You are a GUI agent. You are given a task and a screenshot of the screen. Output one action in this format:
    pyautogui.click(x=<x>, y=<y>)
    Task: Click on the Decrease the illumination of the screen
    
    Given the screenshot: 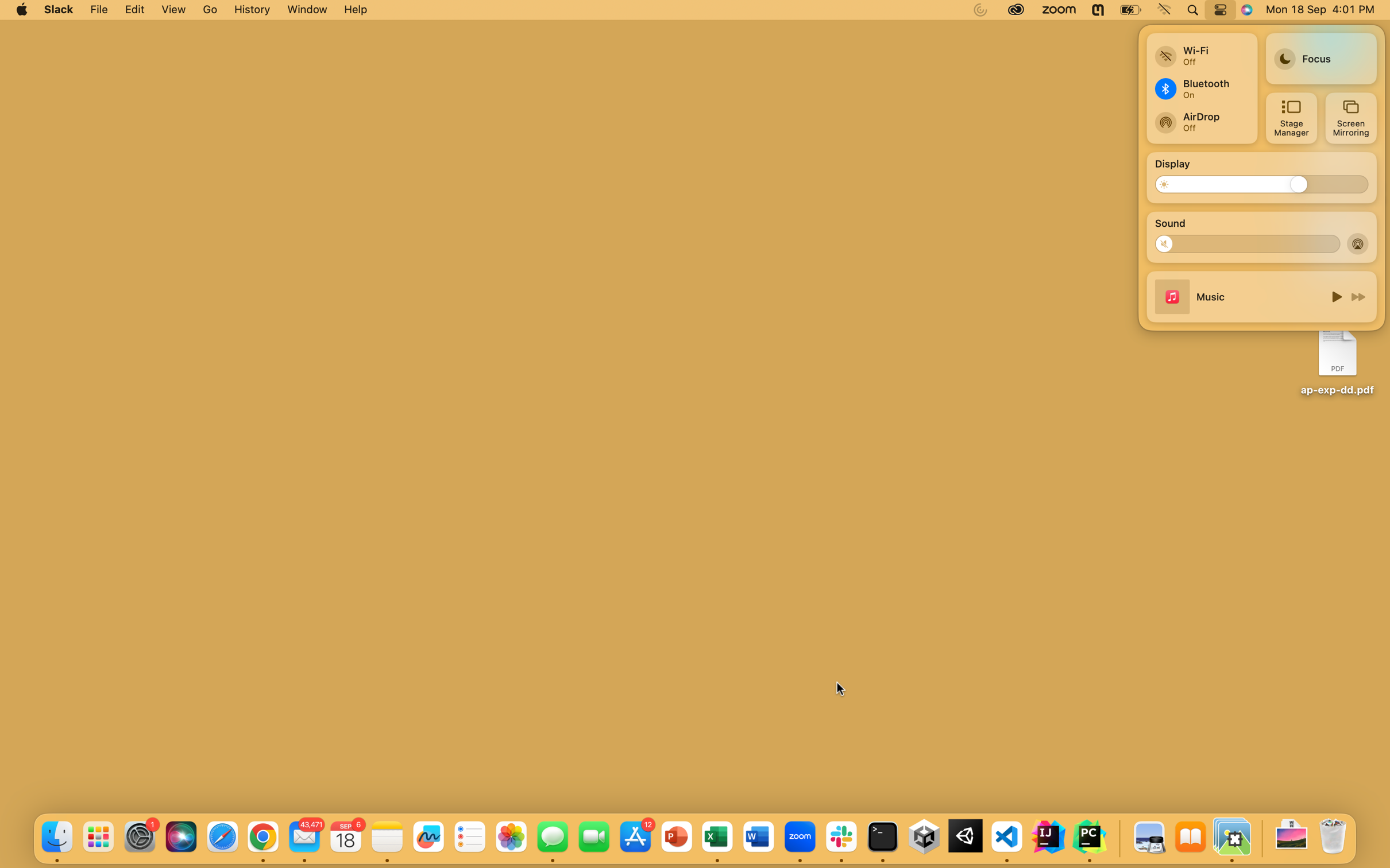 What is the action you would take?
    pyautogui.click(x=1170, y=183)
    